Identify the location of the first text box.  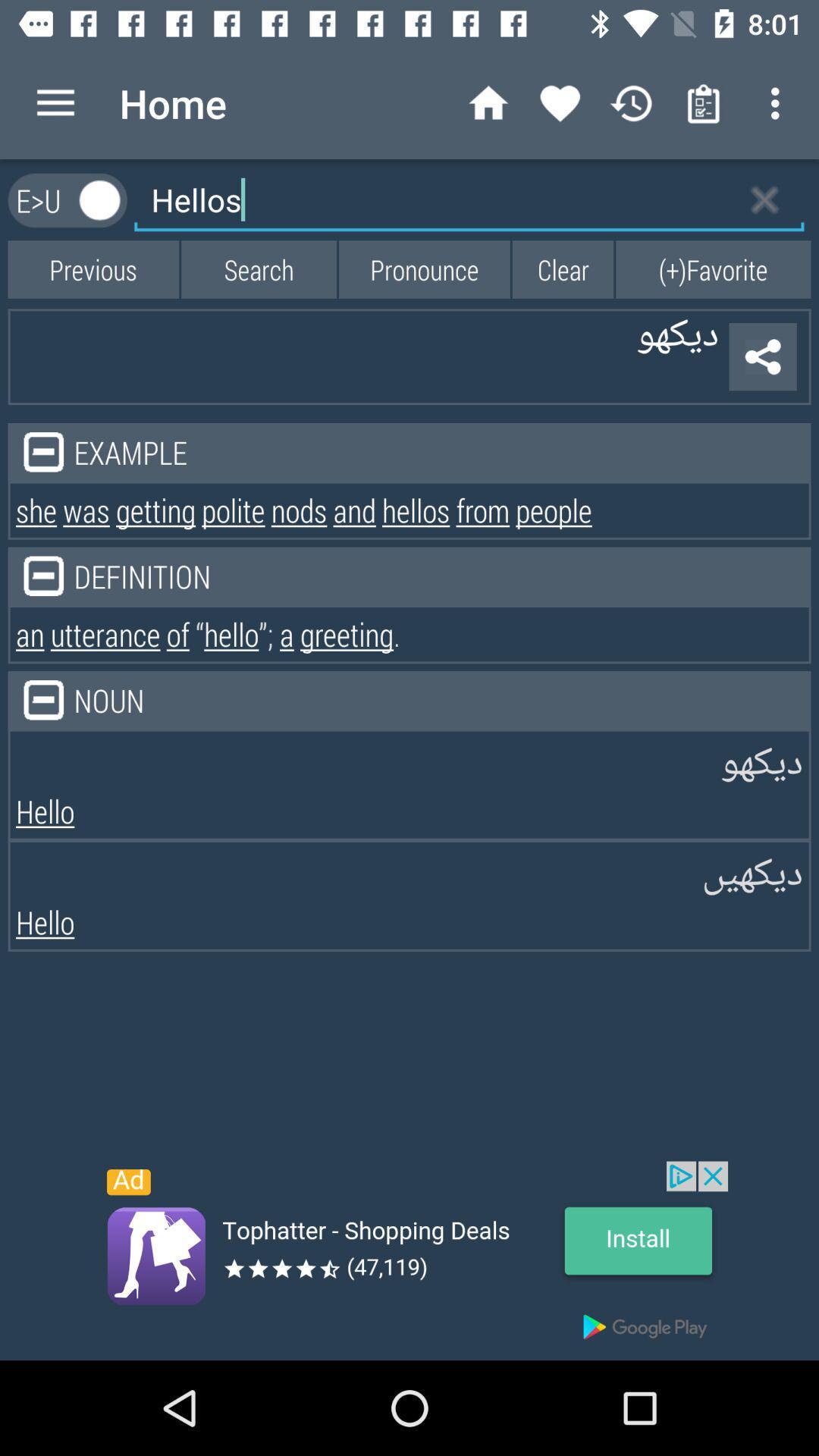
(468, 199).